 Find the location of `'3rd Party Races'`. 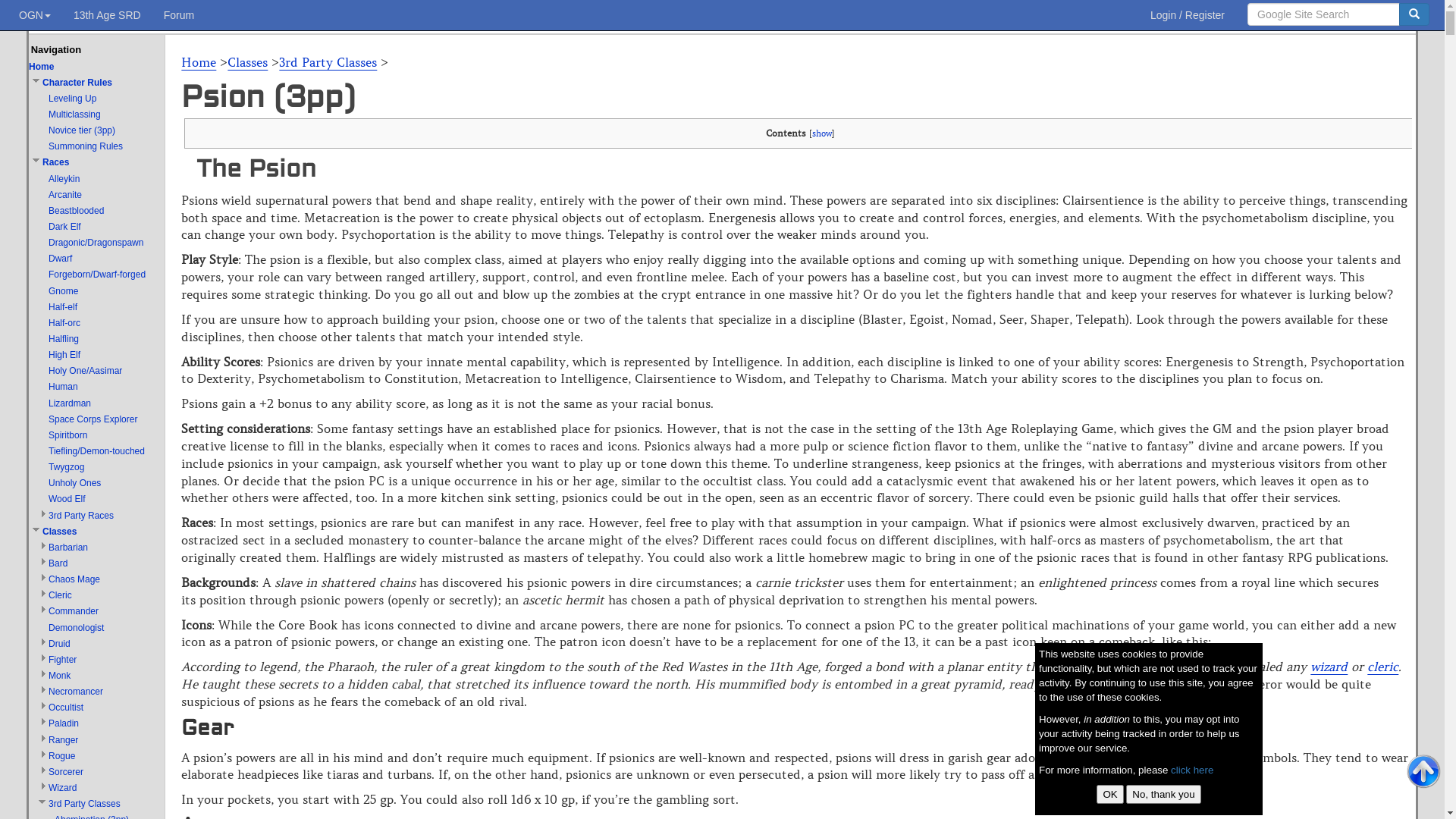

'3rd Party Races' is located at coordinates (80, 514).